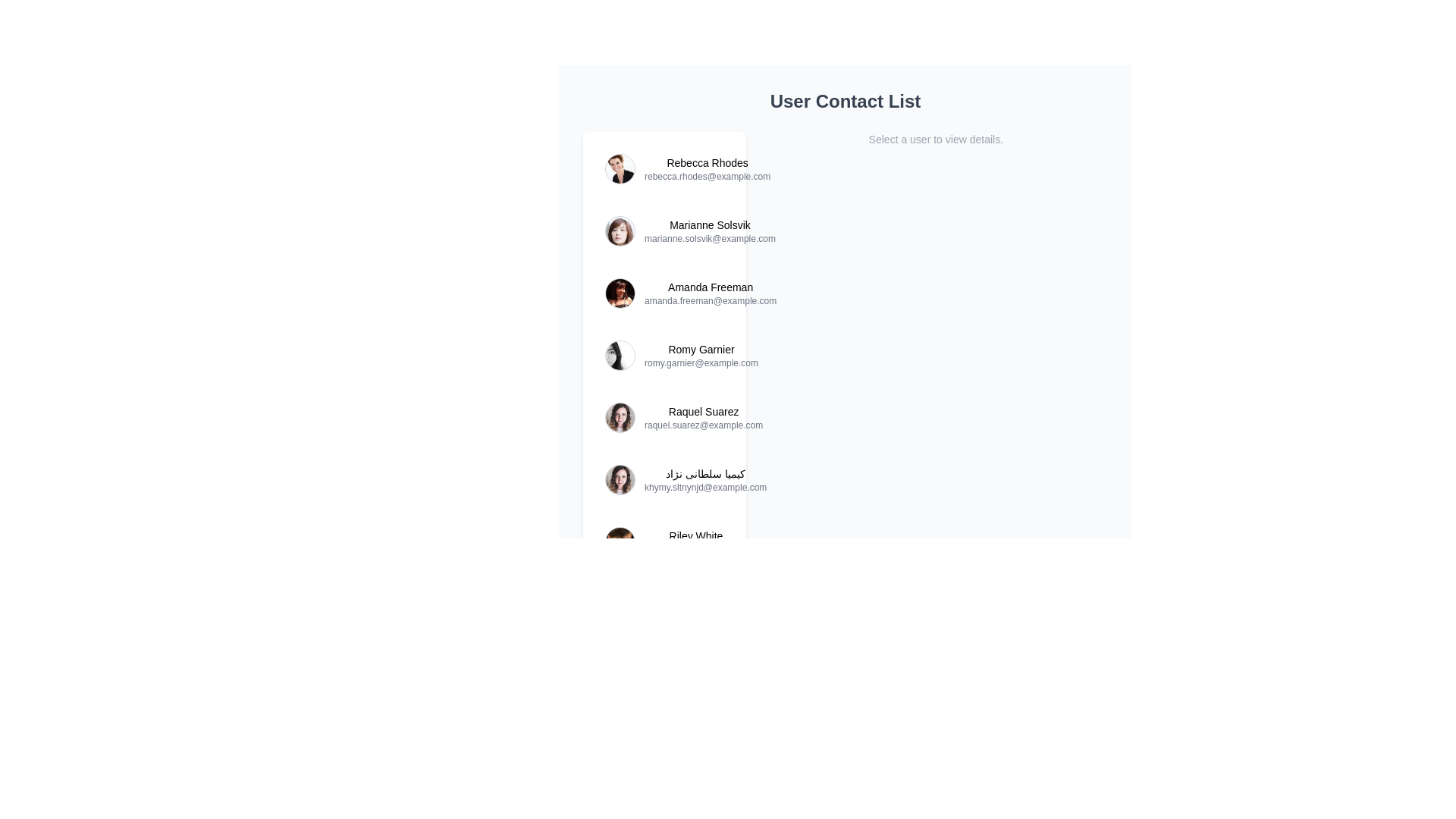 The height and width of the screenshot is (819, 1456). What do you see at coordinates (704, 472) in the screenshot?
I see `the text label displaying the full name 'کیمیا سلطانی نژاد' in the contact list, which is located in the sixth position of the vertical list` at bounding box center [704, 472].